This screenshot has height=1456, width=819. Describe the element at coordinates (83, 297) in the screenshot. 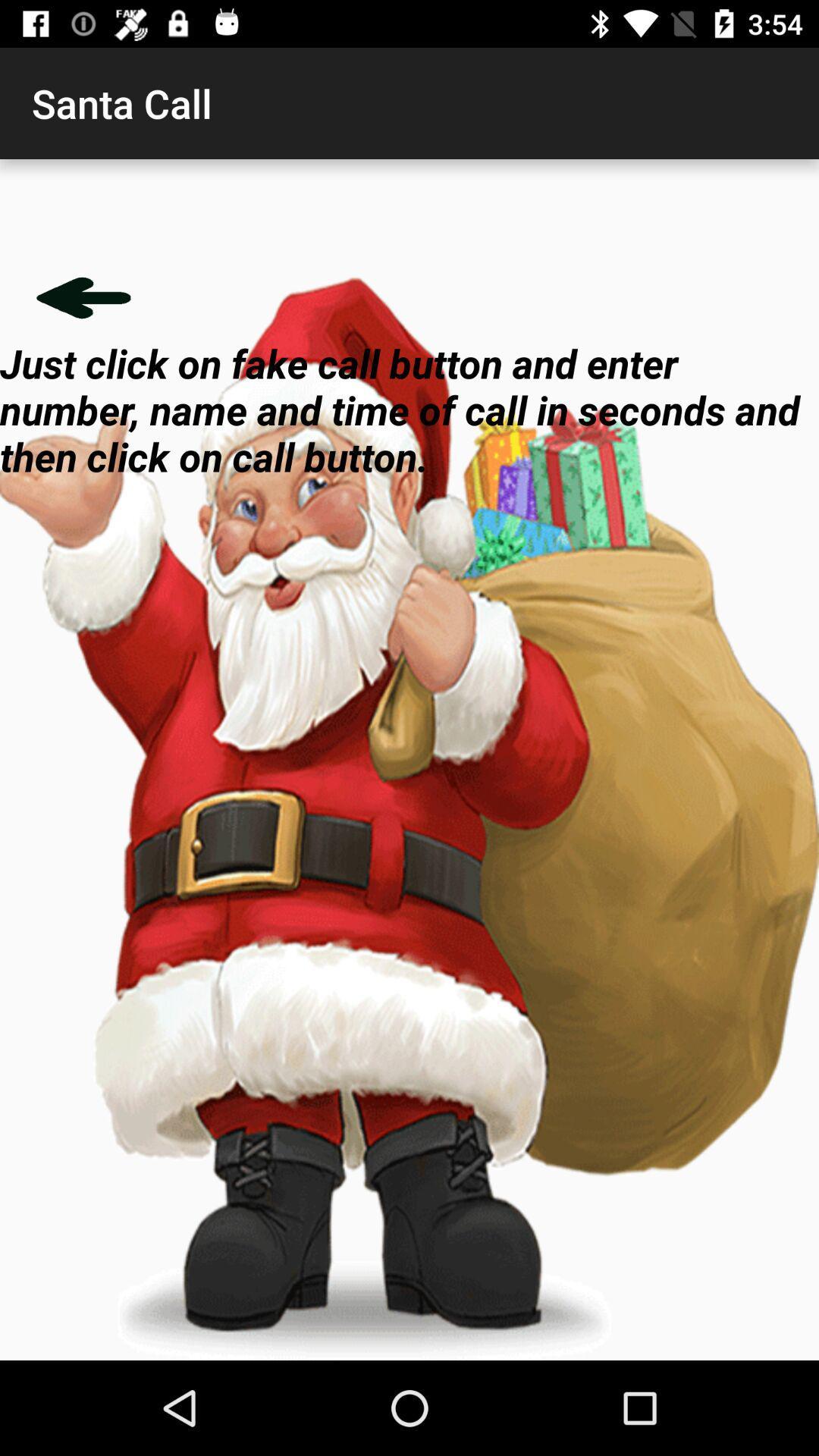

I see `go back` at that location.